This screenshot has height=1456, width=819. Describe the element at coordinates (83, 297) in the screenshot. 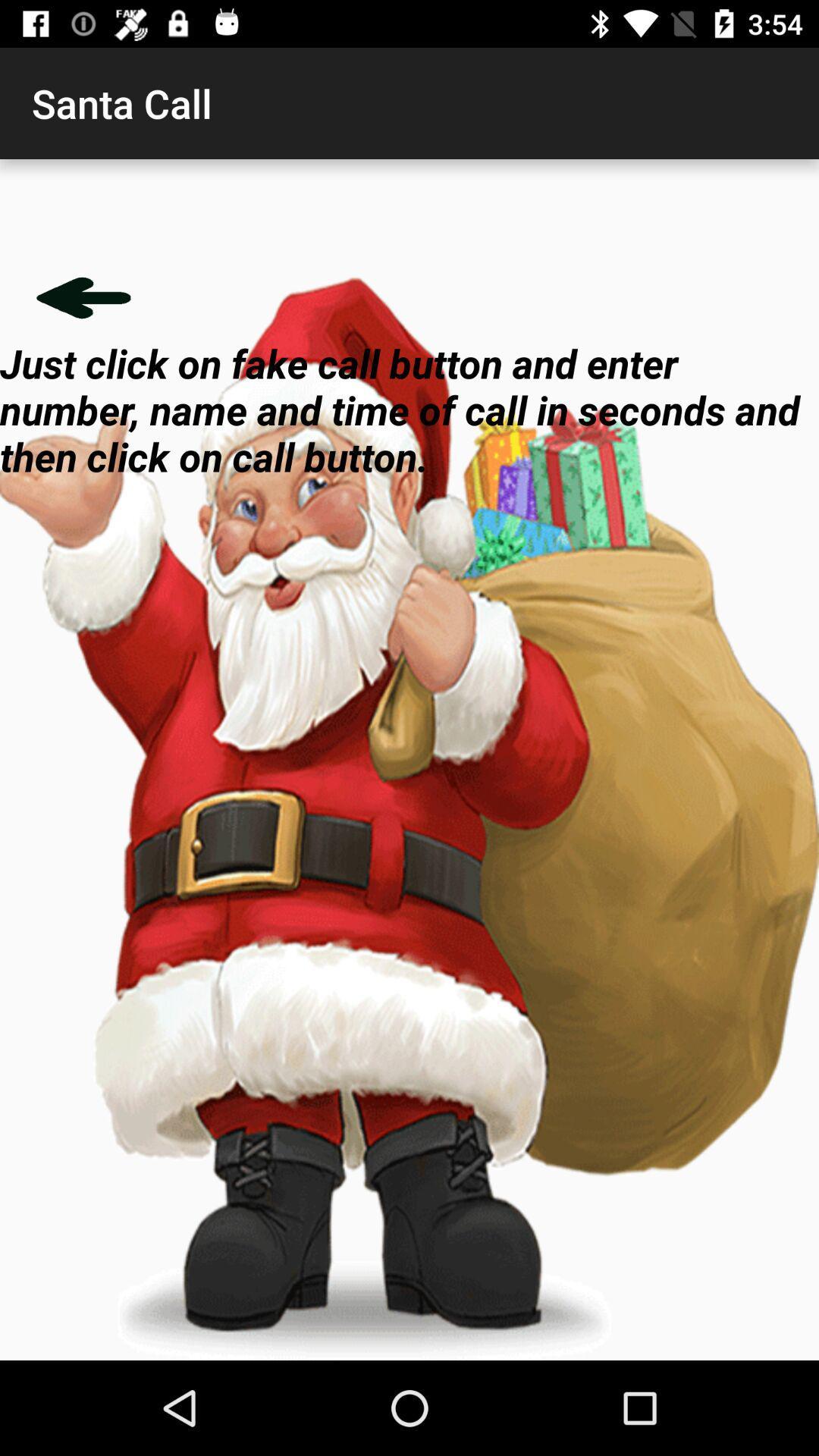

I see `go back` at that location.